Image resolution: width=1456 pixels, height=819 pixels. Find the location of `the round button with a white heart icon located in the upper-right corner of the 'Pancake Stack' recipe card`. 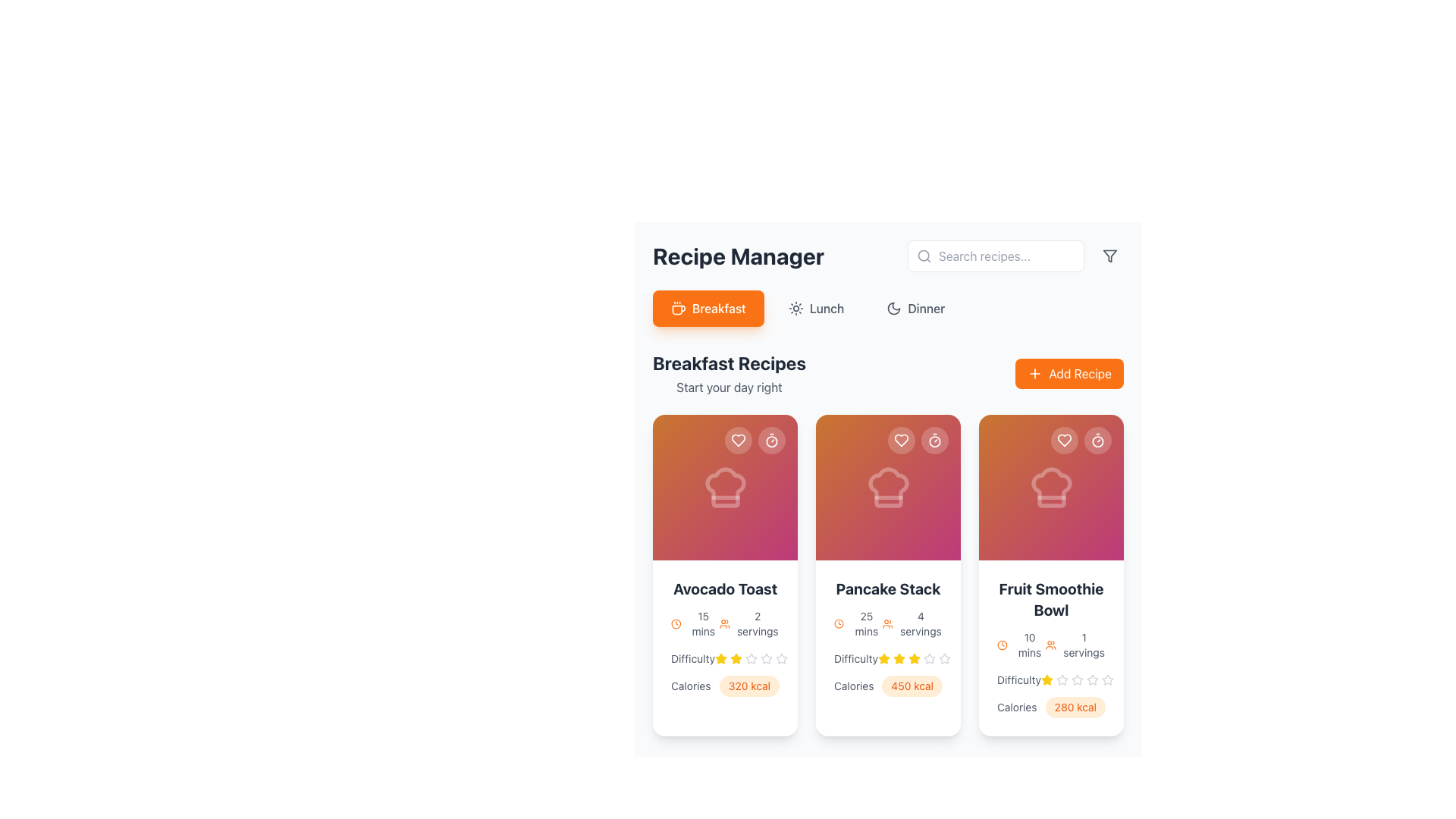

the round button with a white heart icon located in the upper-right corner of the 'Pancake Stack' recipe card is located at coordinates (902, 441).